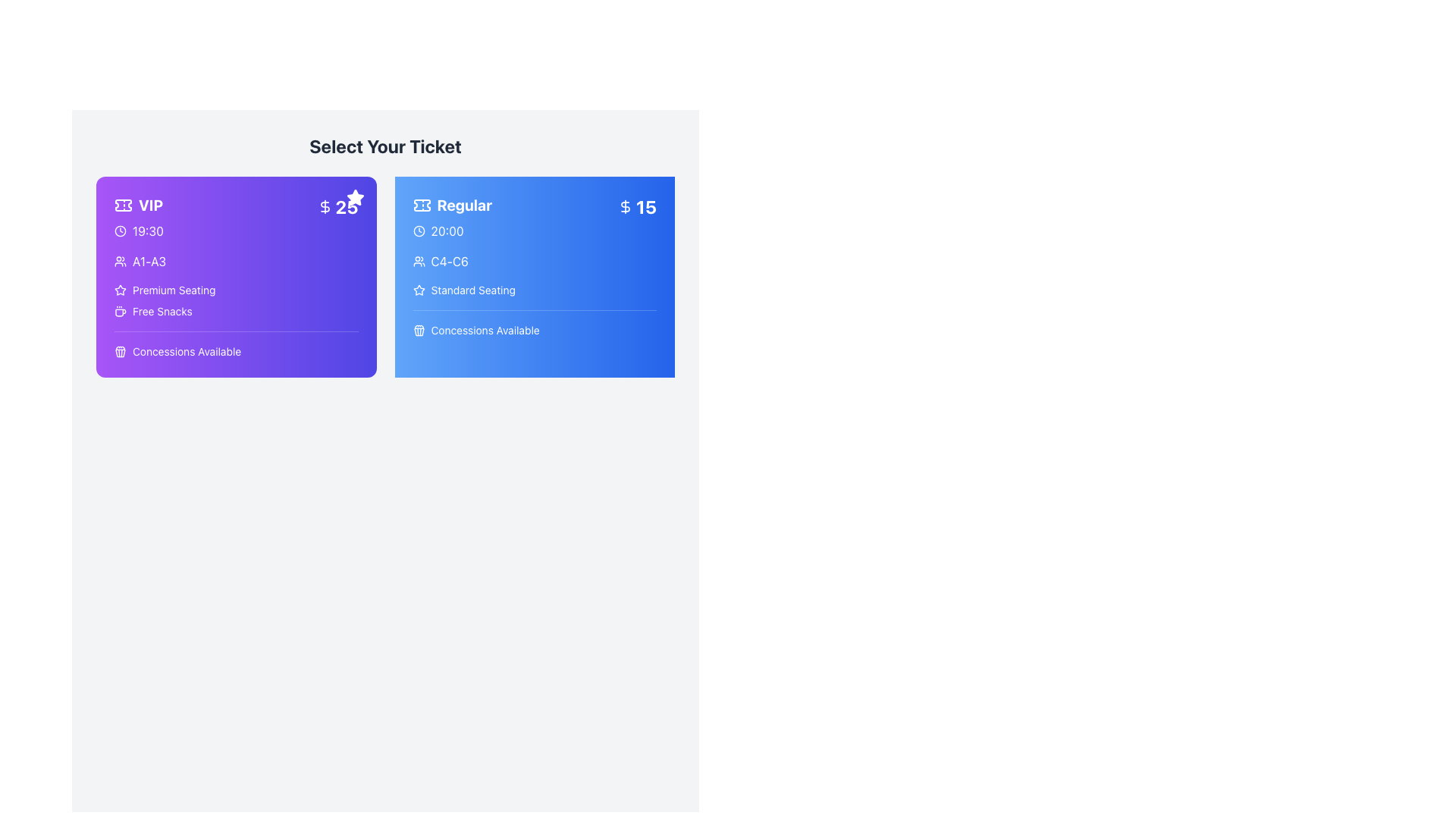 This screenshot has height=819, width=1456. Describe the element at coordinates (149, 260) in the screenshot. I see `text displayed in the white font on the purple background that indicates seating ranges, specifically the text 'A1-A3' located on the VIP ticket information card` at that location.